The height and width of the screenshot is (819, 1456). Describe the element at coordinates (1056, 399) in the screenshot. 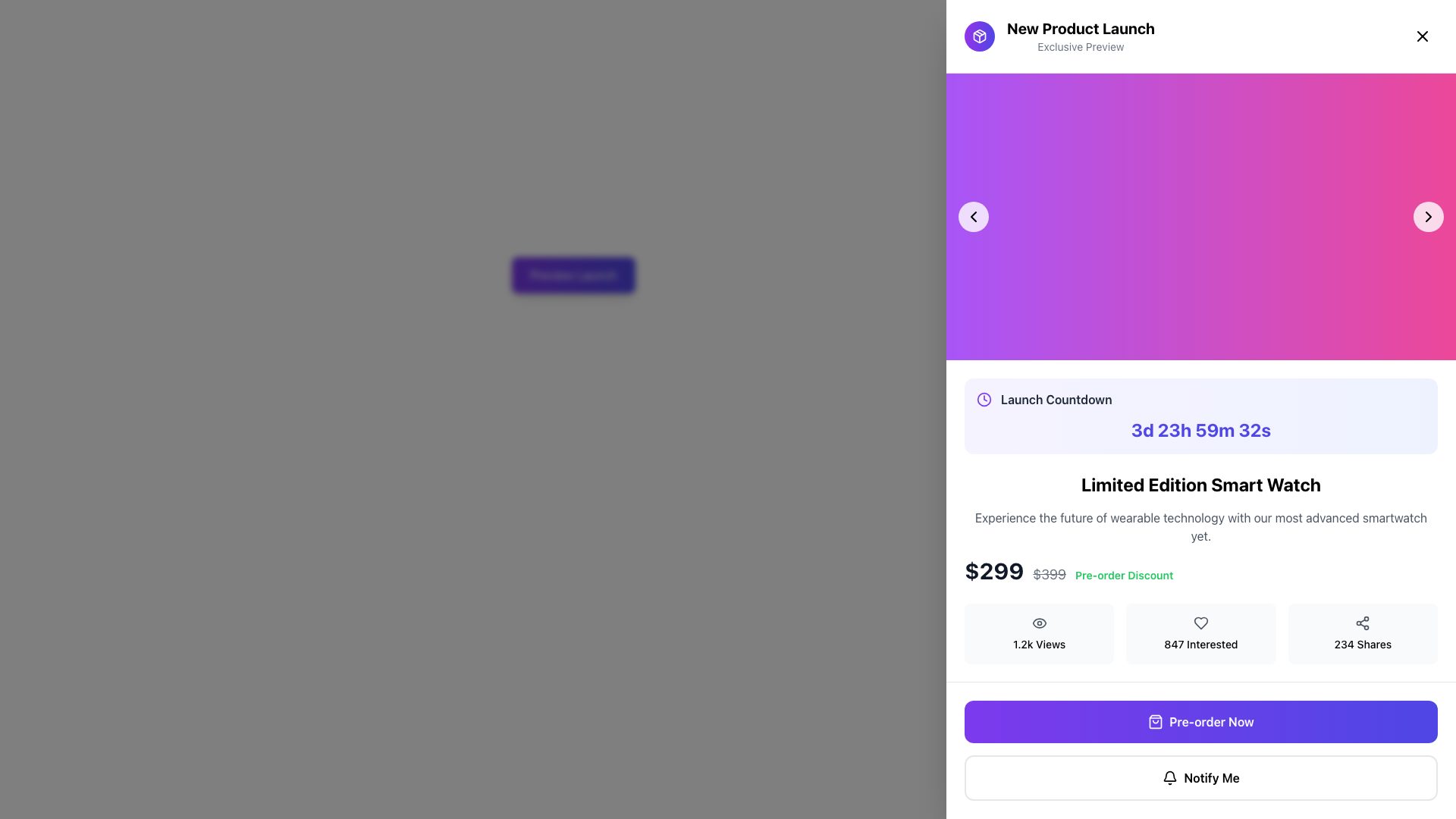

I see `the static text label that serves as a heading for the countdown timer, located in the right panel of the interface, next to a clock icon` at that location.